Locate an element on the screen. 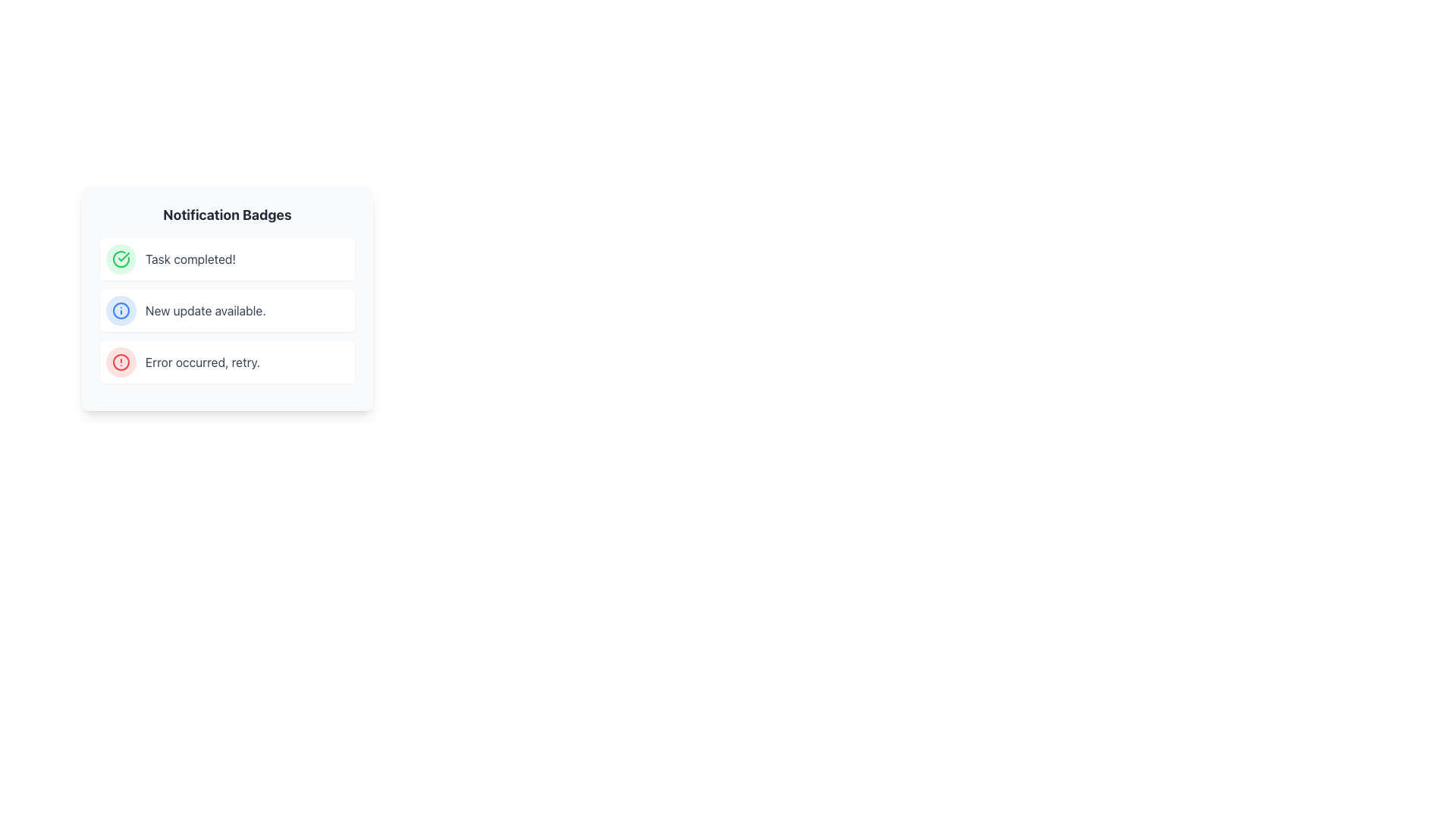  the error or alert message icon located in the leftmost part of the third row, next to the text 'Error occurred, retry.' is located at coordinates (120, 362).